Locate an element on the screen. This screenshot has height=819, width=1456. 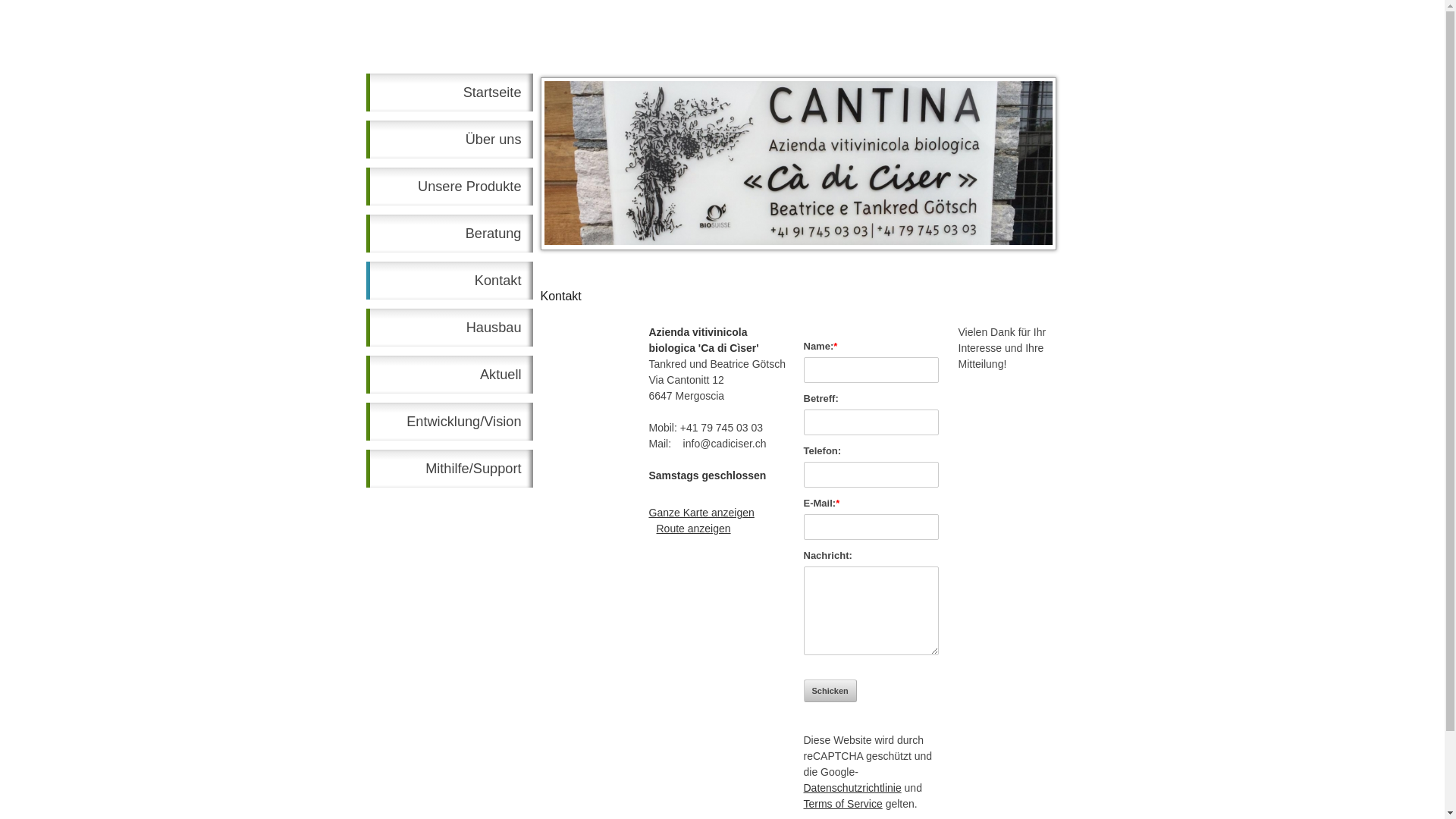
'Kontakt' is located at coordinates (365, 281).